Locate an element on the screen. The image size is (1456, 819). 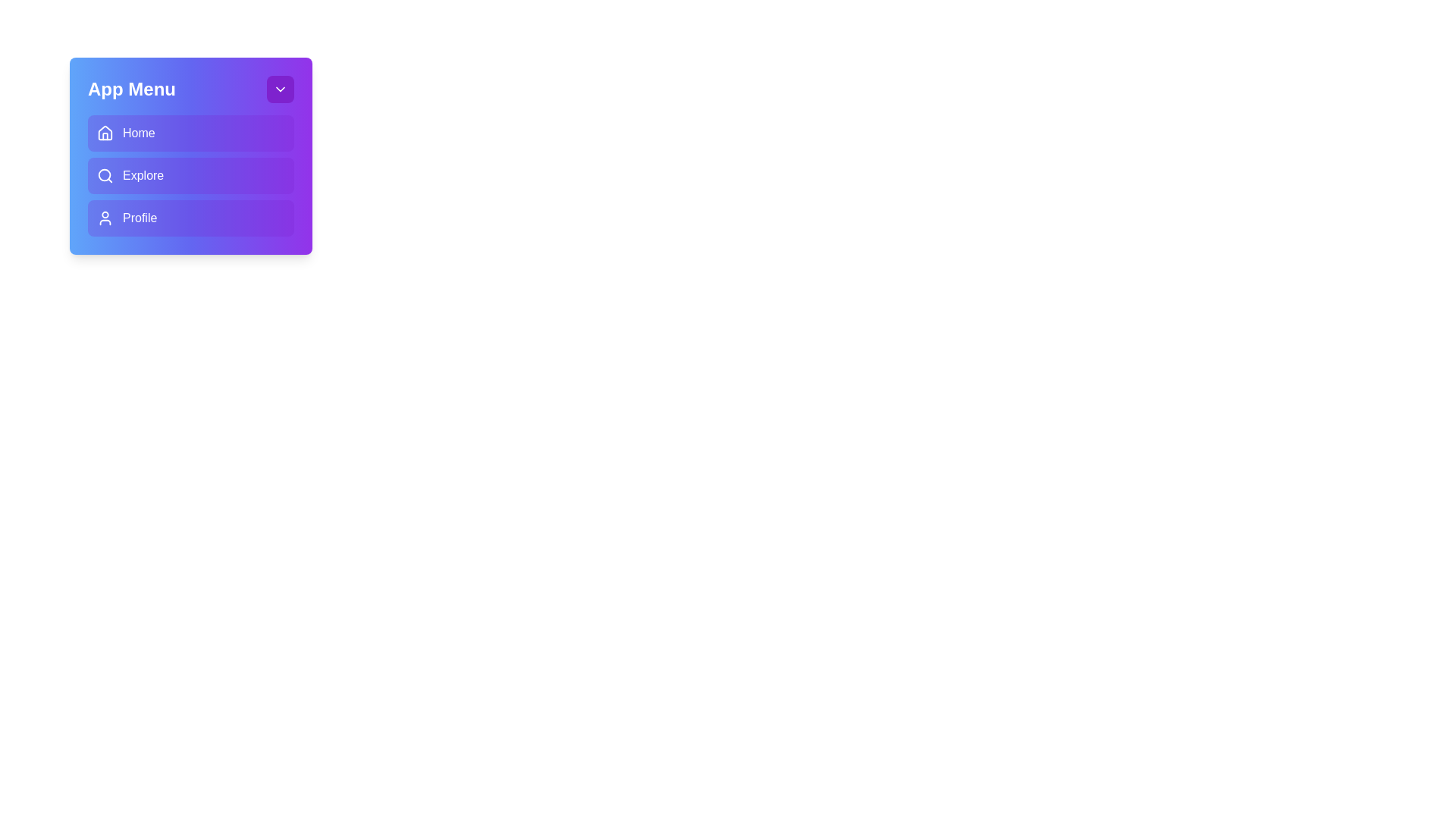
the 'App Menu' dropdown menu header is located at coordinates (190, 89).